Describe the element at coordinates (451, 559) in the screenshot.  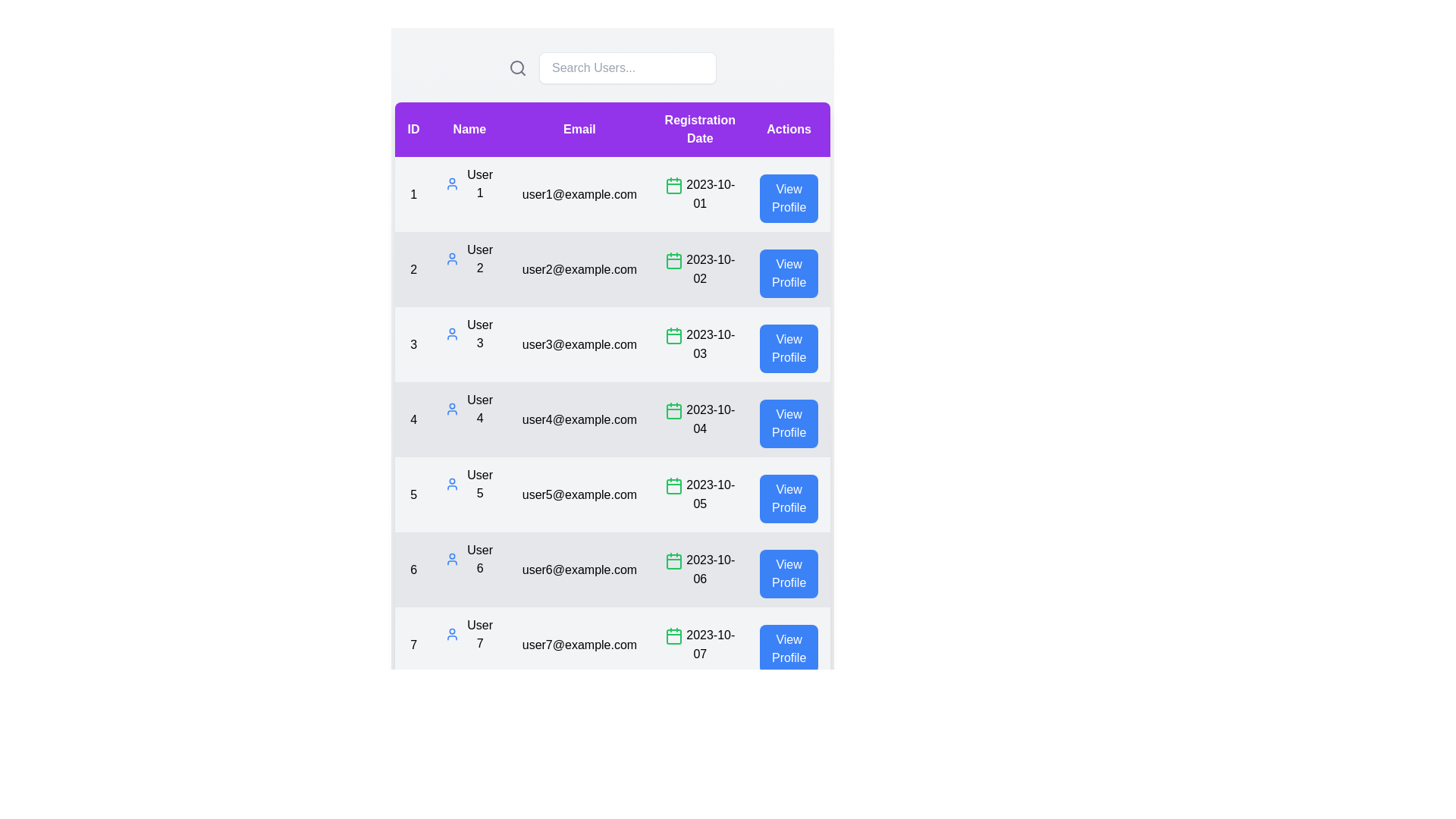
I see `the user profile icon for user 6` at that location.